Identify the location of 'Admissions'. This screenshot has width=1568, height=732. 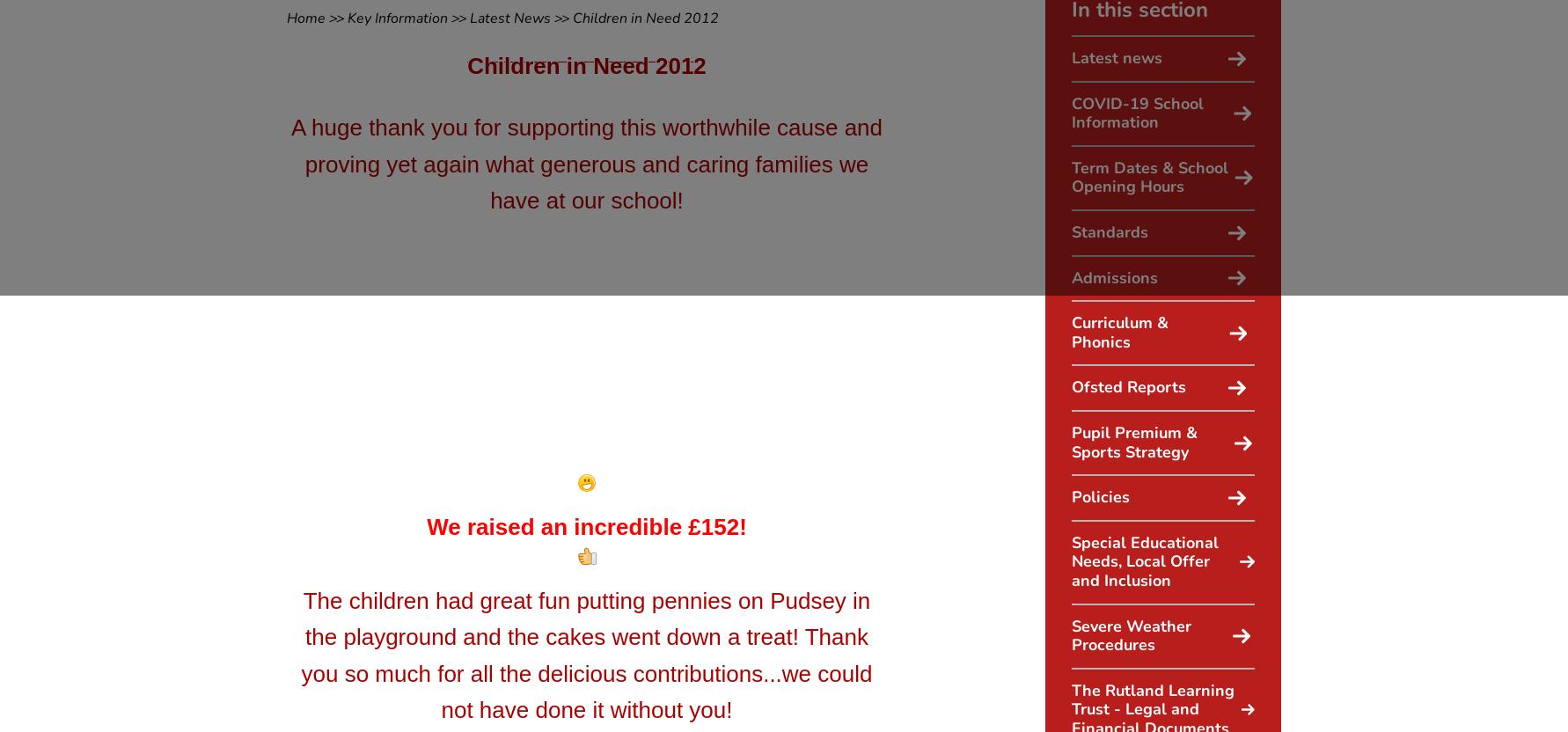
(1115, 276).